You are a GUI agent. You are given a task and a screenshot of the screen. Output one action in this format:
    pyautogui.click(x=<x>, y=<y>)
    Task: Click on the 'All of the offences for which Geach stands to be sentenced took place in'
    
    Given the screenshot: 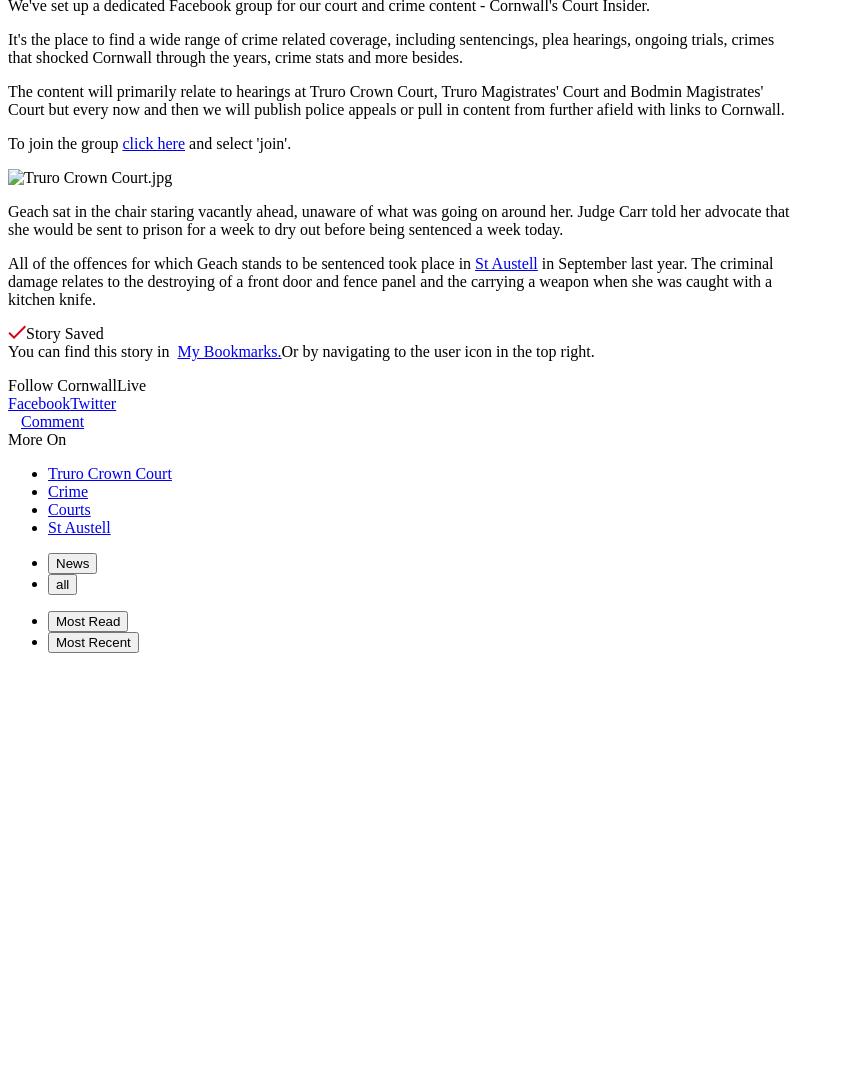 What is the action you would take?
    pyautogui.click(x=240, y=263)
    